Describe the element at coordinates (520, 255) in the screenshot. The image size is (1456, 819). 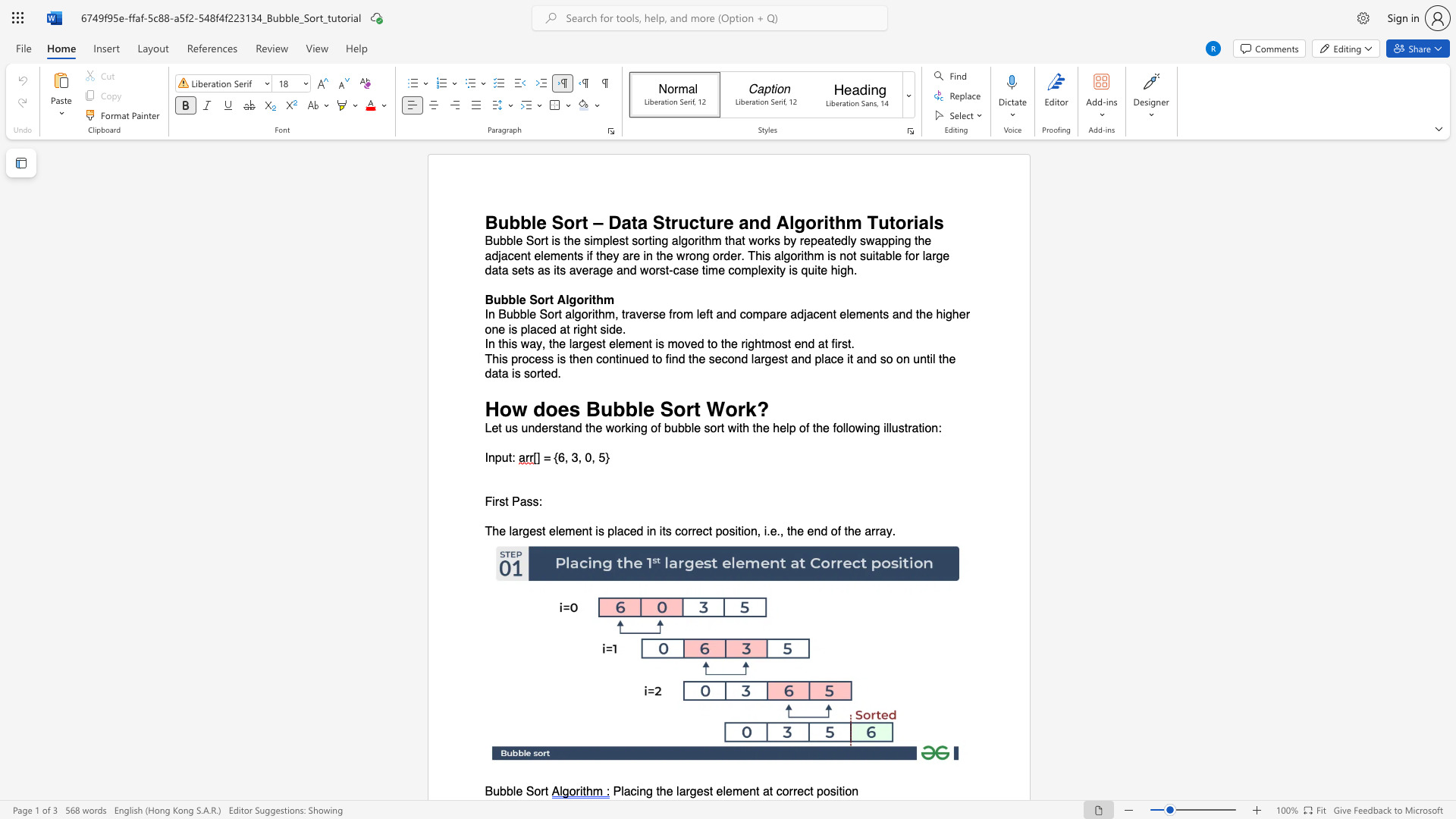
I see `the subset text "nt elements if they are in the wrong order. This algorithm is not suitable for large dat" within the text "Bubble Sort is the simplest sorting algorithm that works by repeatedly swapping the adjacent elements if they are in the wrong order. This algorithm is not suitable for large data sets as its average and worst-case time complexity is quite high."` at that location.